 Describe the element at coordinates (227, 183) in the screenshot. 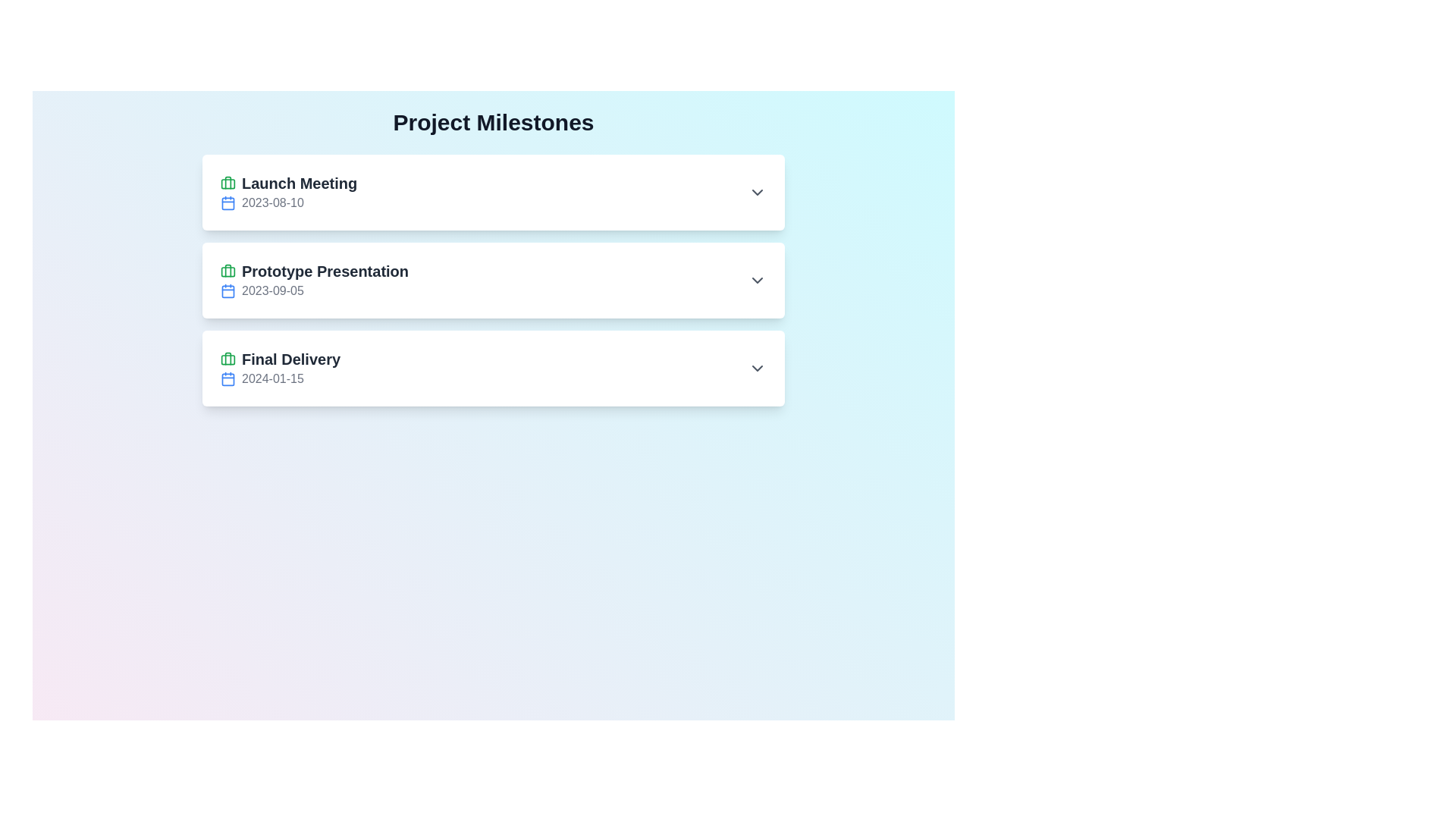

I see `the 'Launch Meeting' icon located to the left of the title text under 'Project Milestones'` at that location.